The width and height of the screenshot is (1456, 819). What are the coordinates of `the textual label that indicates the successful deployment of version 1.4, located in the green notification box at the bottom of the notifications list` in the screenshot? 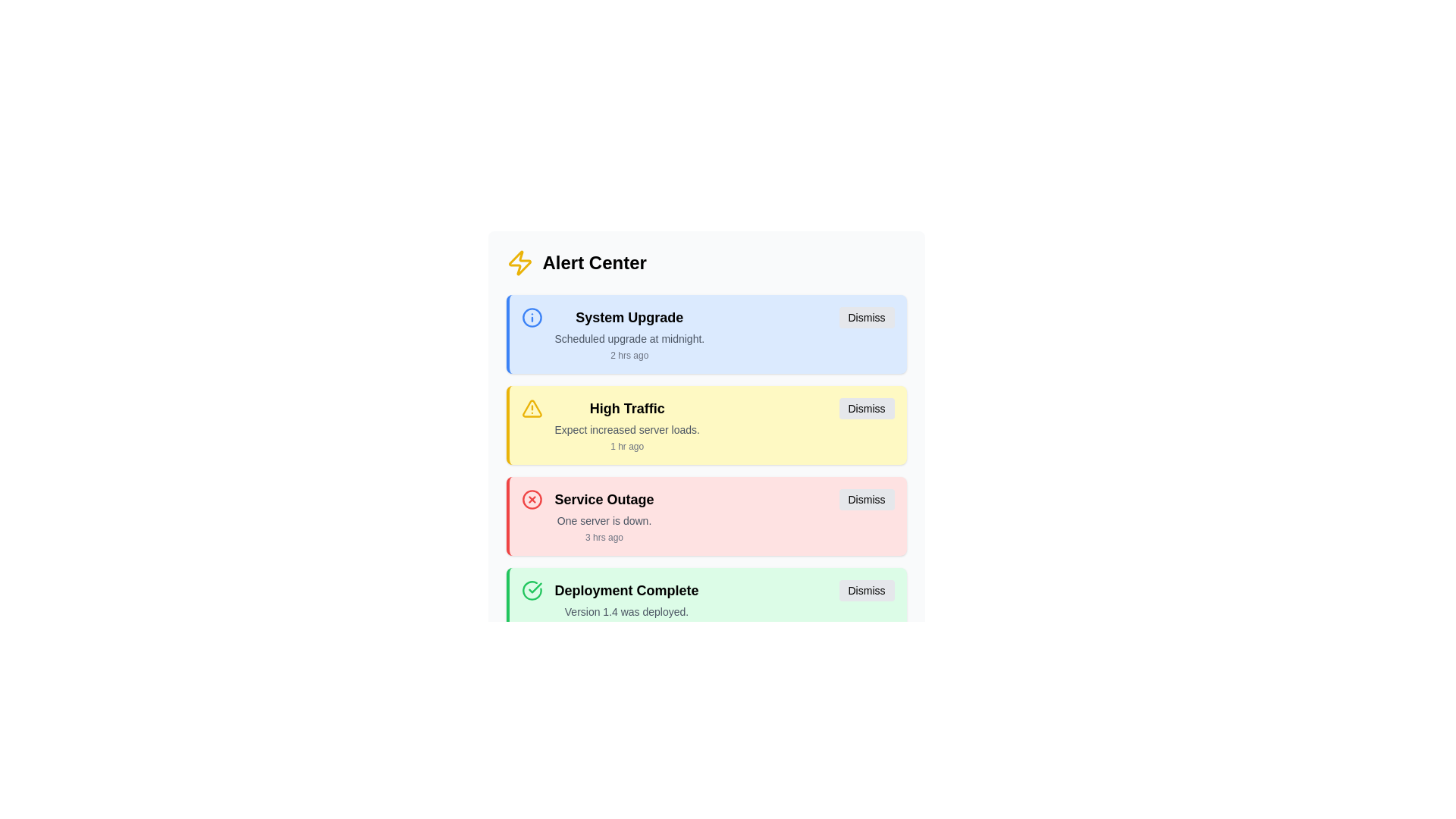 It's located at (626, 607).